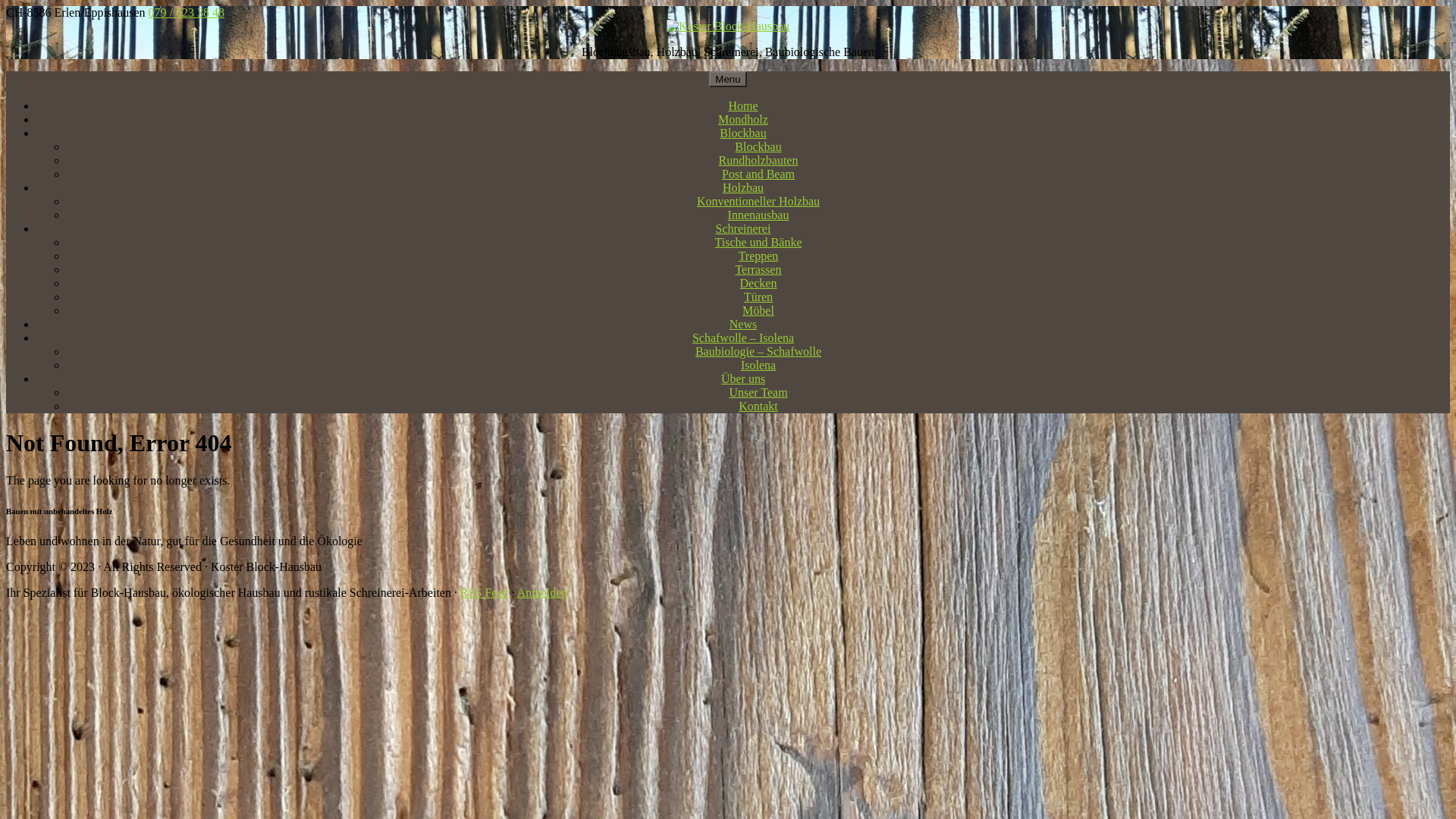  What do you see at coordinates (742, 323) in the screenshot?
I see `'News'` at bounding box center [742, 323].